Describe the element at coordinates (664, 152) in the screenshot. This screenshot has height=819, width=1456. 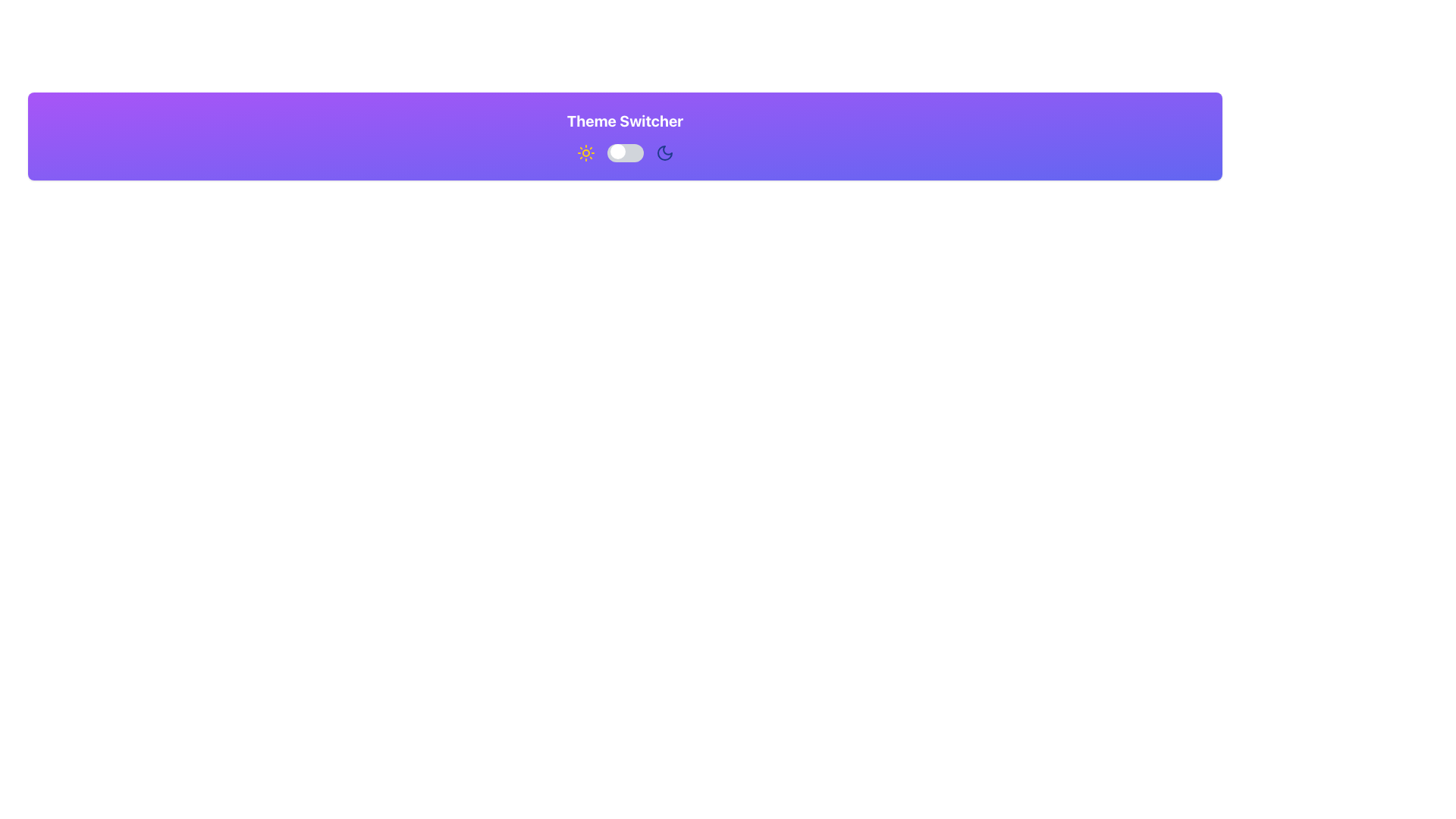
I see `the dark mode icon located in the header bar, which is the third icon in a horizontal row, positioned to the right of a toggle switch` at that location.